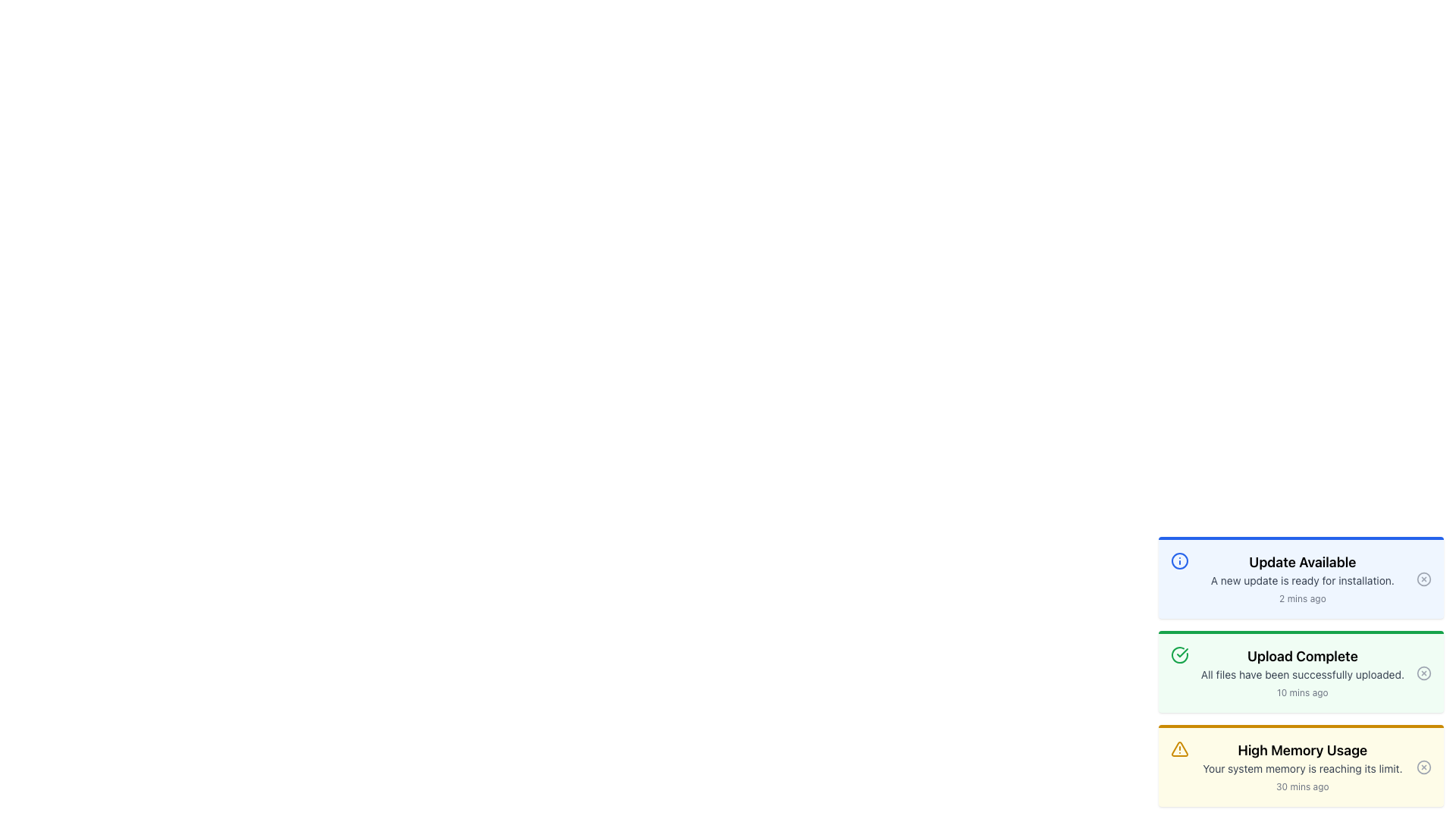  Describe the element at coordinates (1423, 767) in the screenshot. I see `the circular light gray button with an 'X' icon on the far-right side of the 'High Memory Usage' notification` at that location.